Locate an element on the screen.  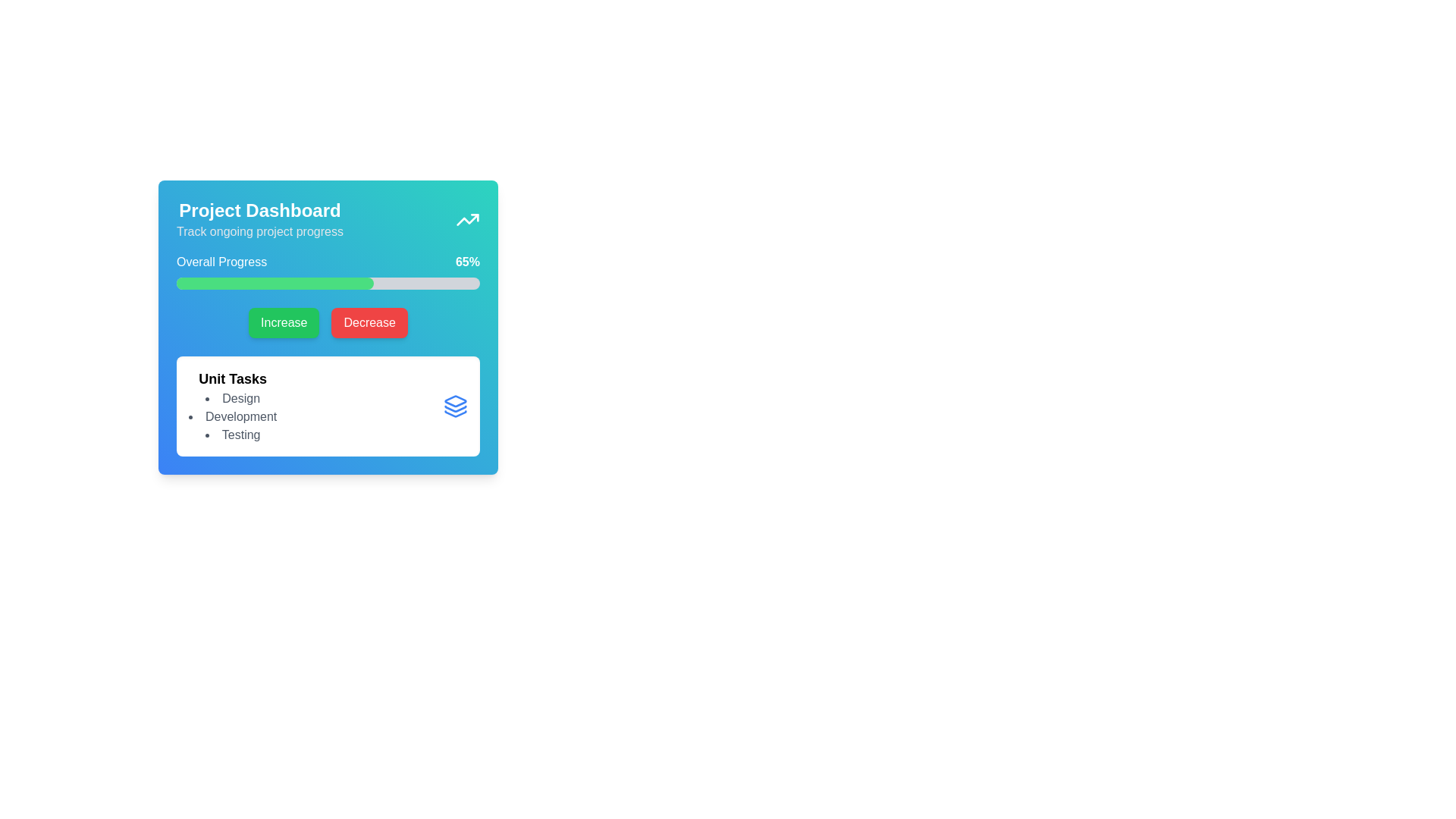
the progress bar that visually represents the task completion, located below the 'Overall Progress' label and the '65%' indicator is located at coordinates (327, 284).